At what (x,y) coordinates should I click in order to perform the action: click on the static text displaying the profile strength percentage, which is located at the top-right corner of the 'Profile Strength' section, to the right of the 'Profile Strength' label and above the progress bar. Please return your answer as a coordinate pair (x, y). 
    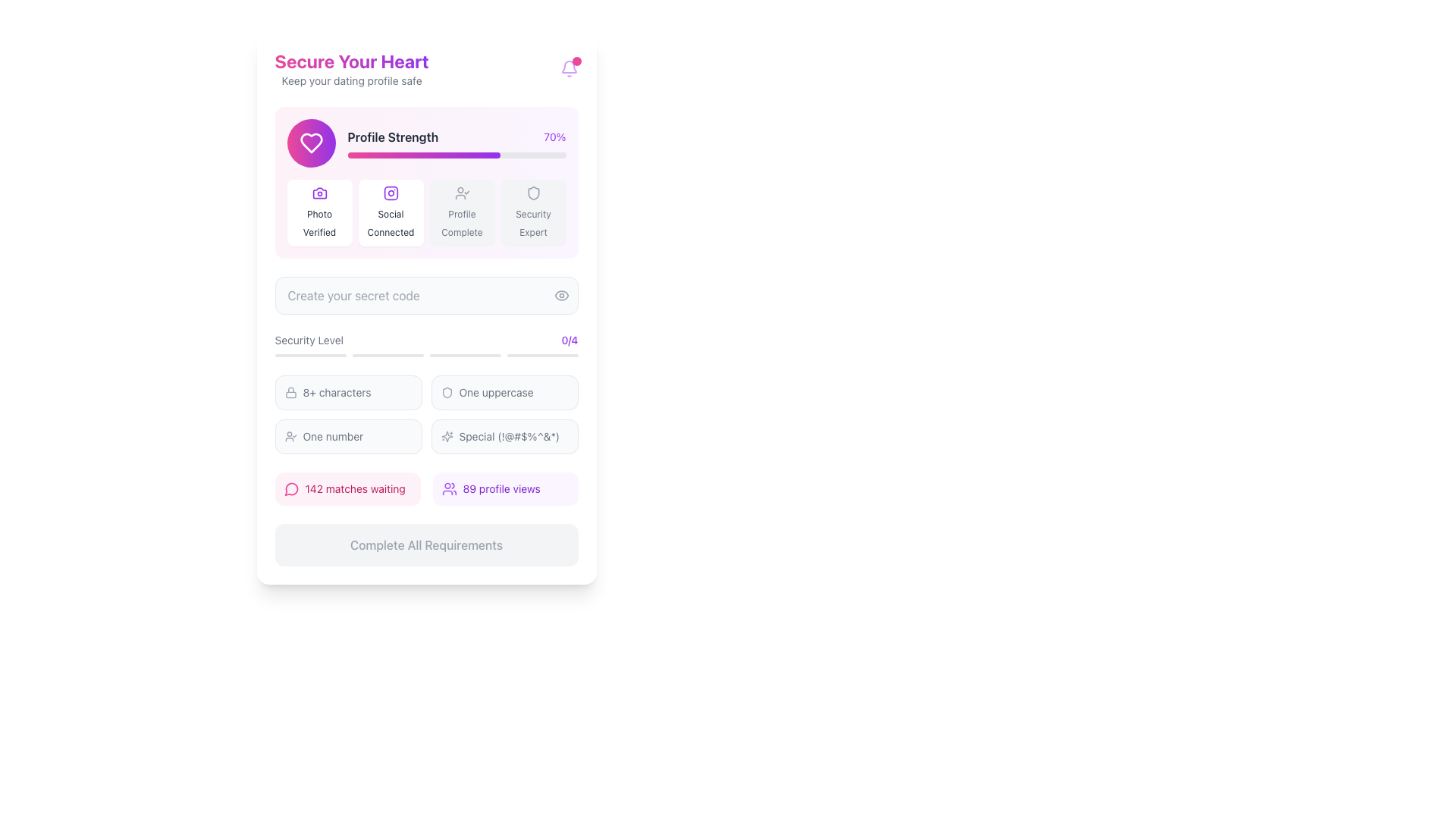
    Looking at the image, I should click on (554, 137).